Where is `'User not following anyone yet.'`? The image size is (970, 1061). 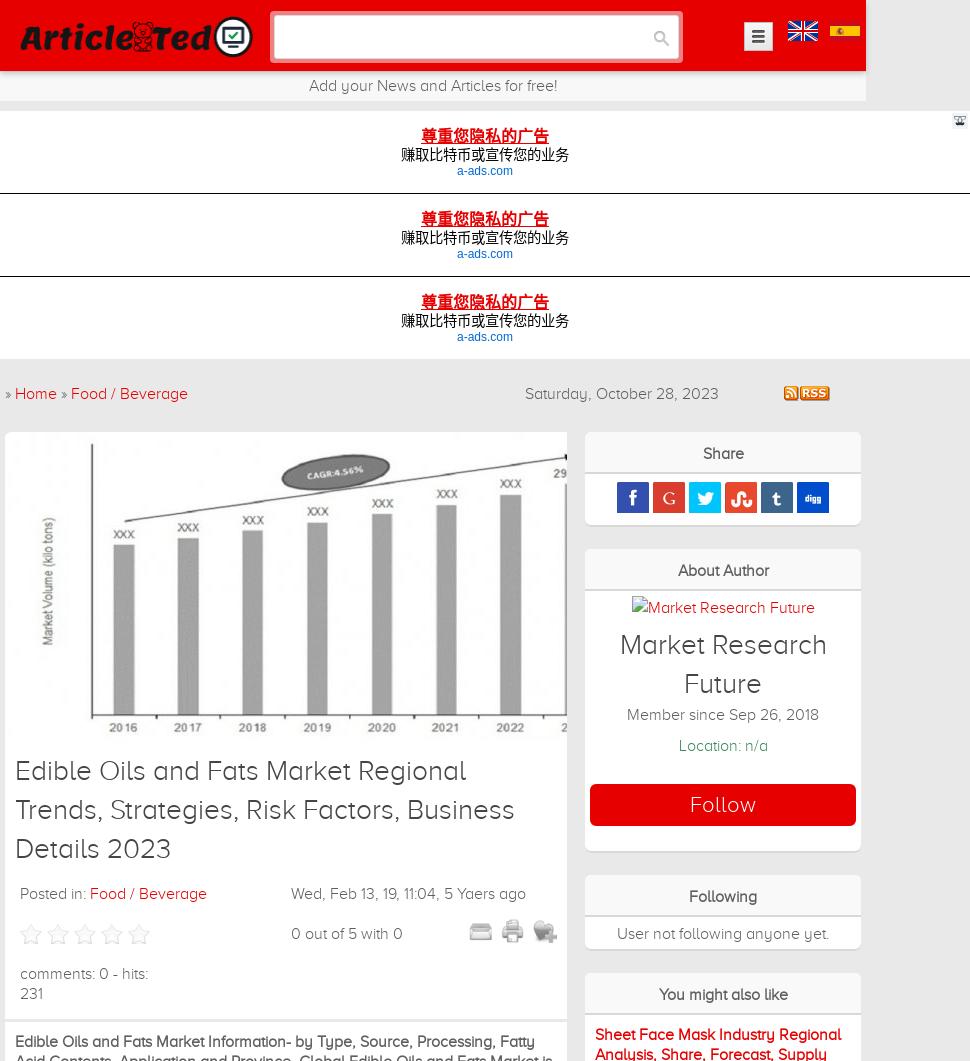
'User not following anyone yet.' is located at coordinates (722, 932).